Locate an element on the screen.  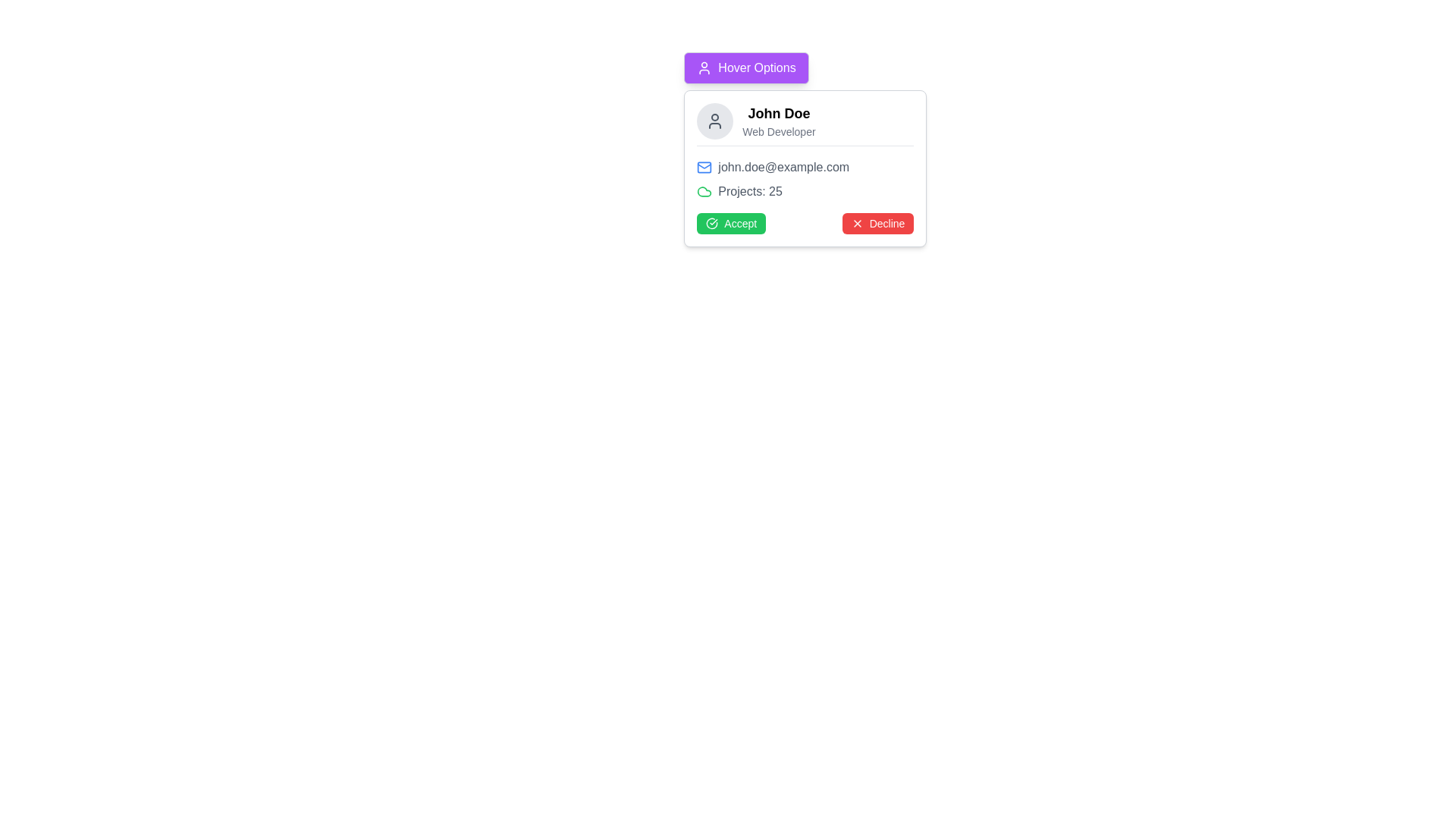
the diagonal line segment of the blue envelope icon located next to the email text 'john.doe@example.com' in the contact information card is located at coordinates (704, 166).